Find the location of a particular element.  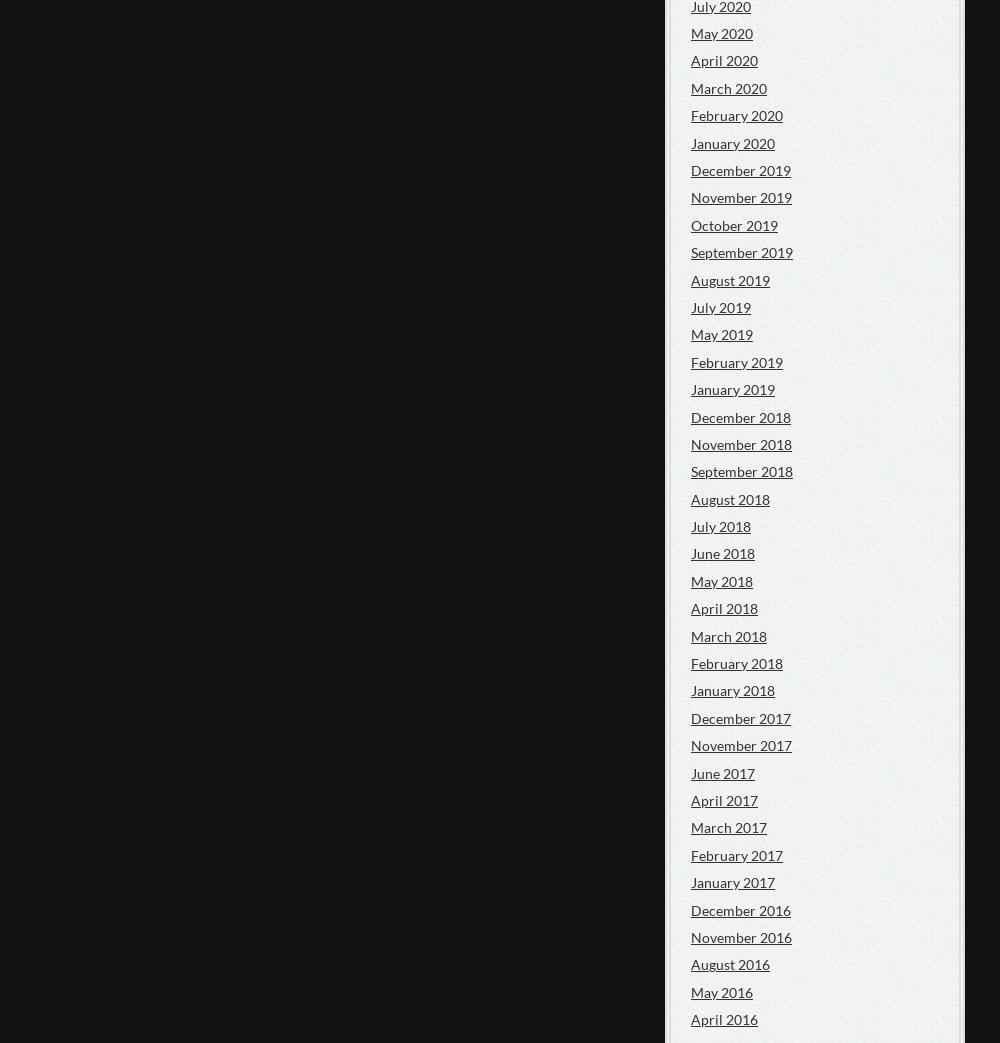

'July 2019' is located at coordinates (720, 305).